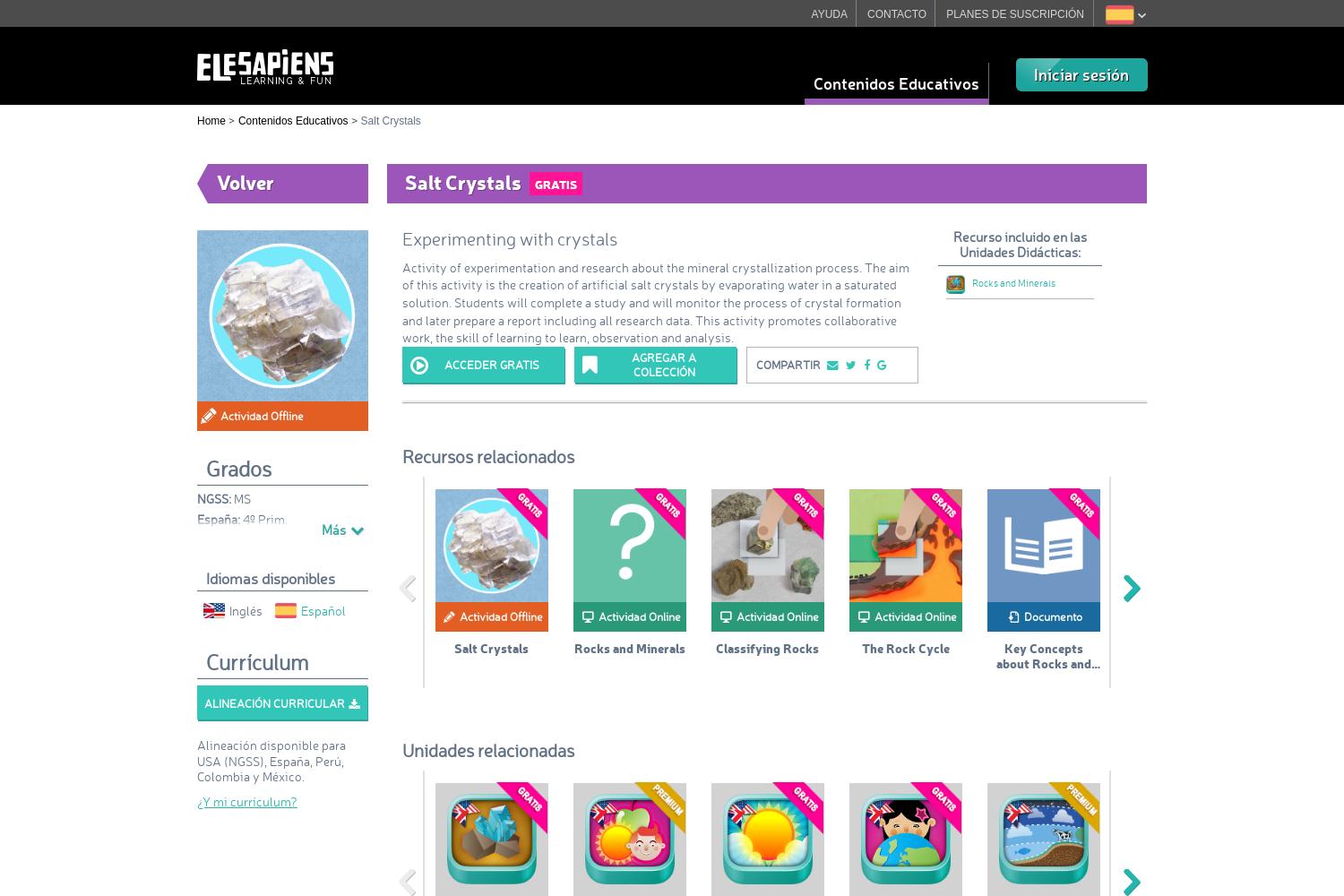  I want to click on 'Activity of experimentation and research about the mineral crystallization process. The aim of this activity is the creation of artificial salt crystals by evaporating water in a saturated solution. Students will complete a study and will monitor the process of crystal formation and later prepare a report including all research data. This activity promotes collaborative work, the skill of learning to learn, observation and analysis.', so click(653, 301).